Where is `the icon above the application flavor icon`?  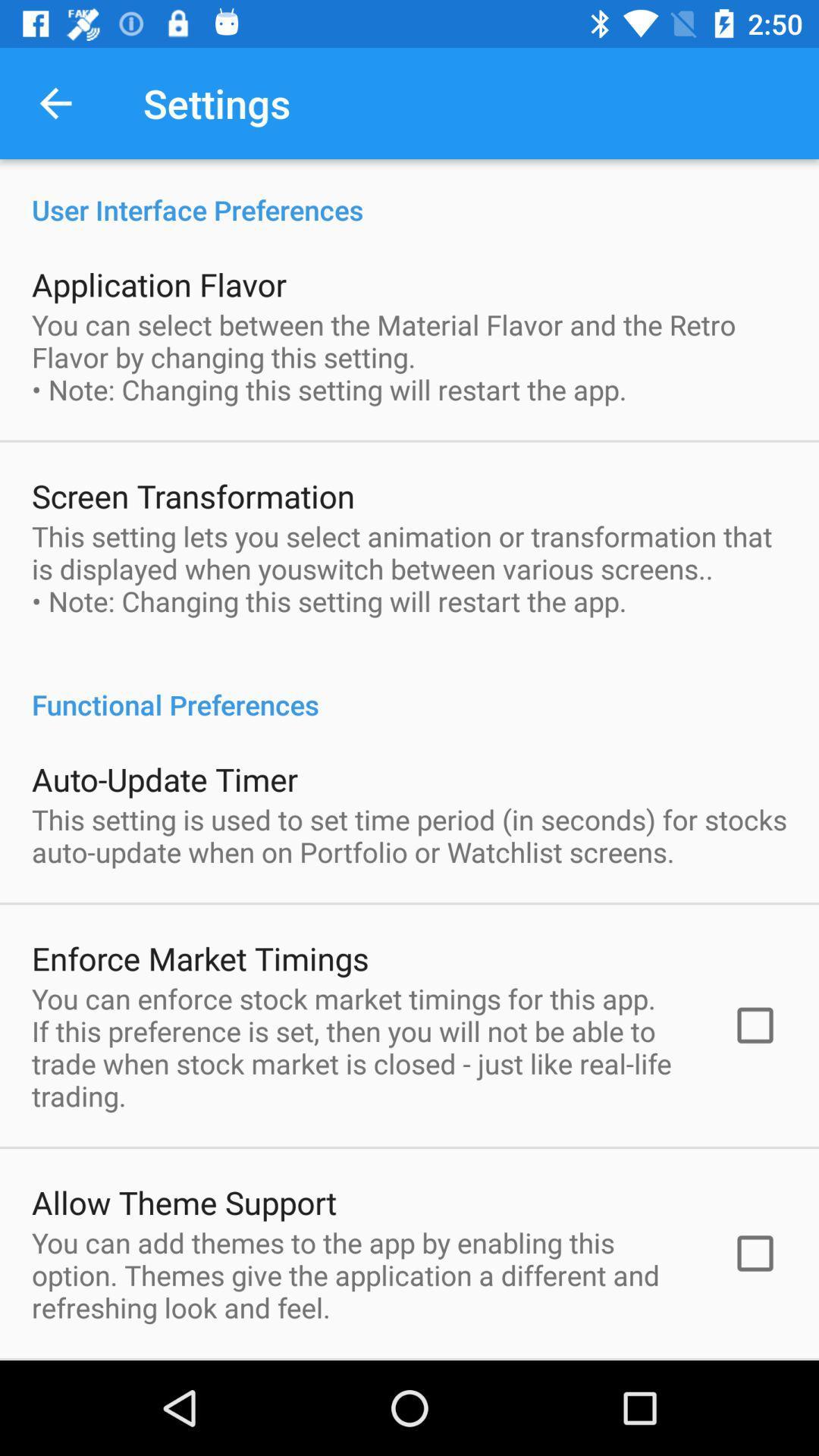
the icon above the application flavor icon is located at coordinates (409, 193).